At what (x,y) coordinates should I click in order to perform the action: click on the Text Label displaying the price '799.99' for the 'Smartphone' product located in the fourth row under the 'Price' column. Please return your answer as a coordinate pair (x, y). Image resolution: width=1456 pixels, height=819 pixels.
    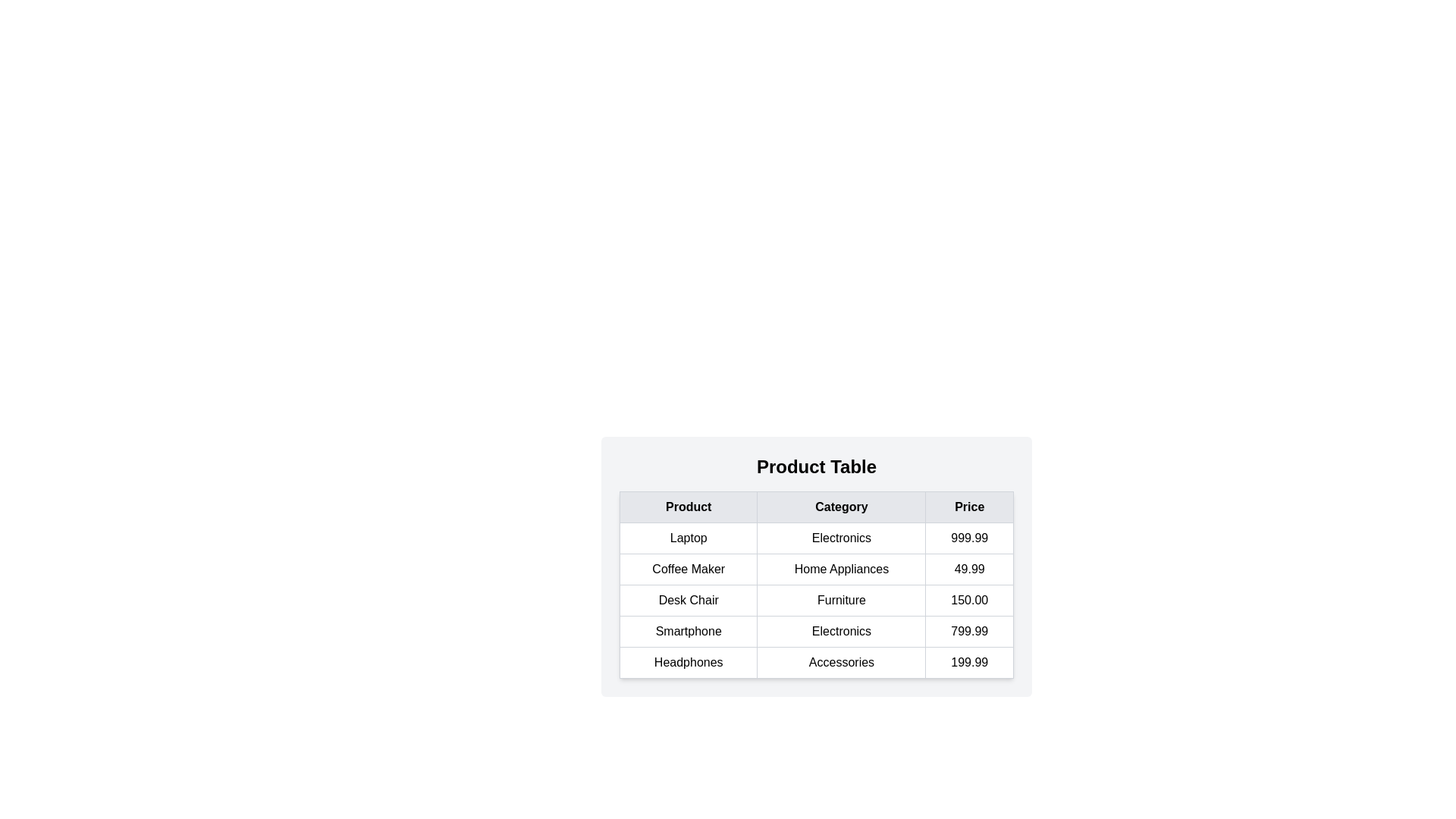
    Looking at the image, I should click on (968, 632).